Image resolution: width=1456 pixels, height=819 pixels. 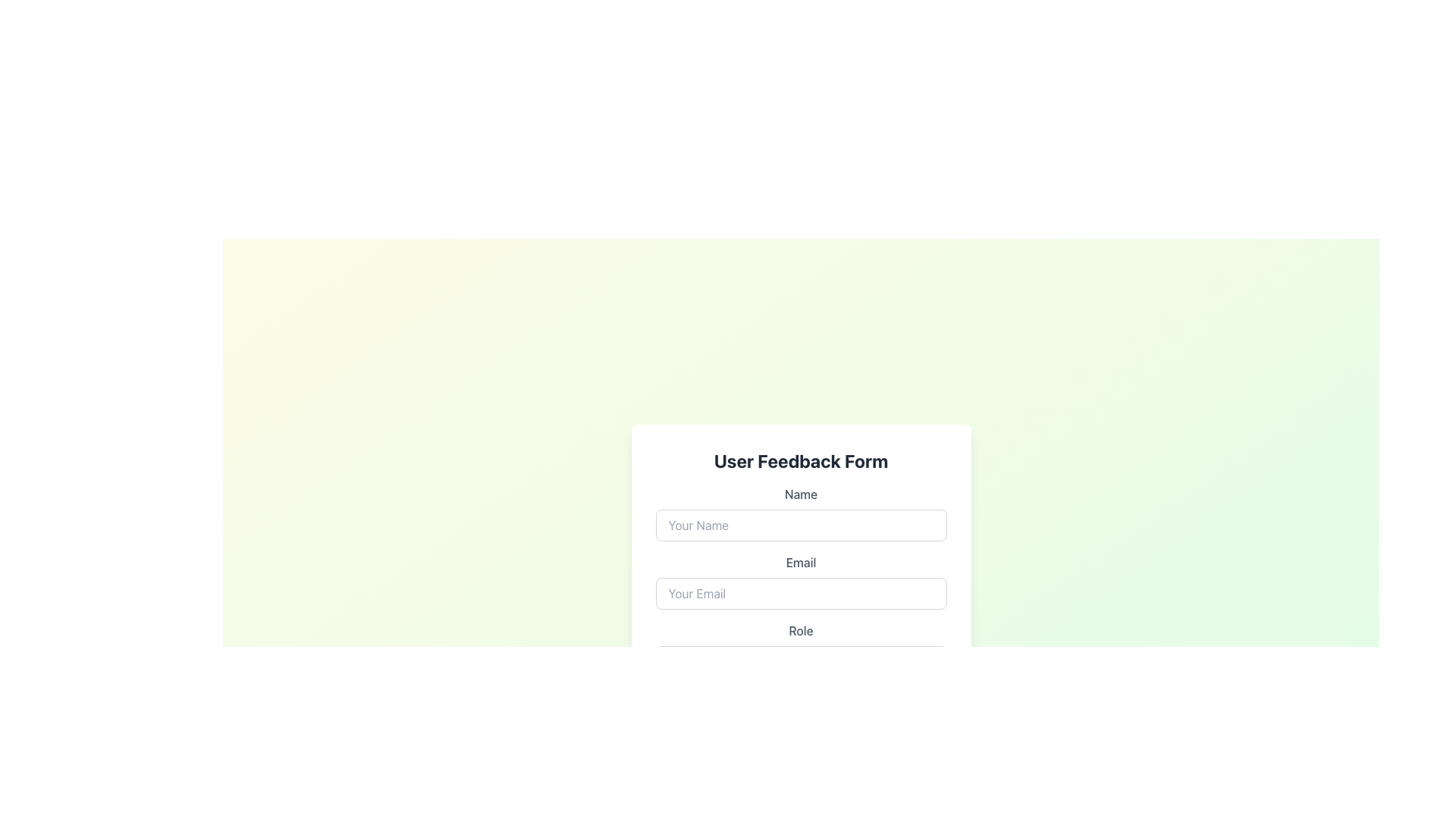 What do you see at coordinates (800, 631) in the screenshot?
I see `text label that indicates the role selection for the dropdown menu located above the 'Select Role' dropdown in the user feedback form` at bounding box center [800, 631].